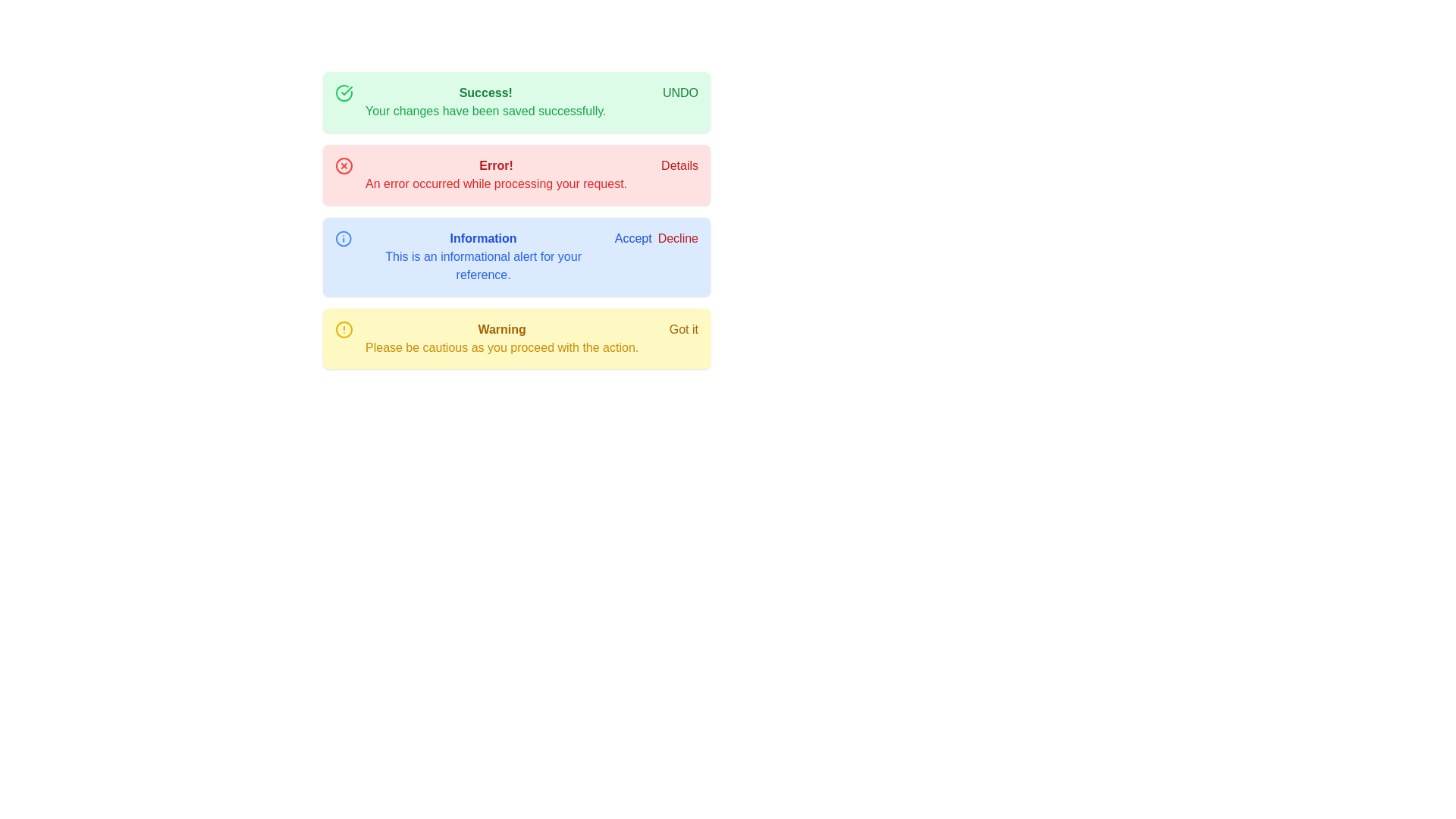 The width and height of the screenshot is (1456, 819). What do you see at coordinates (496, 184) in the screenshot?
I see `error message displayed in red text stating 'An error occurred while processing your request.' which is positioned below the 'Error!' message in the notification box` at bounding box center [496, 184].